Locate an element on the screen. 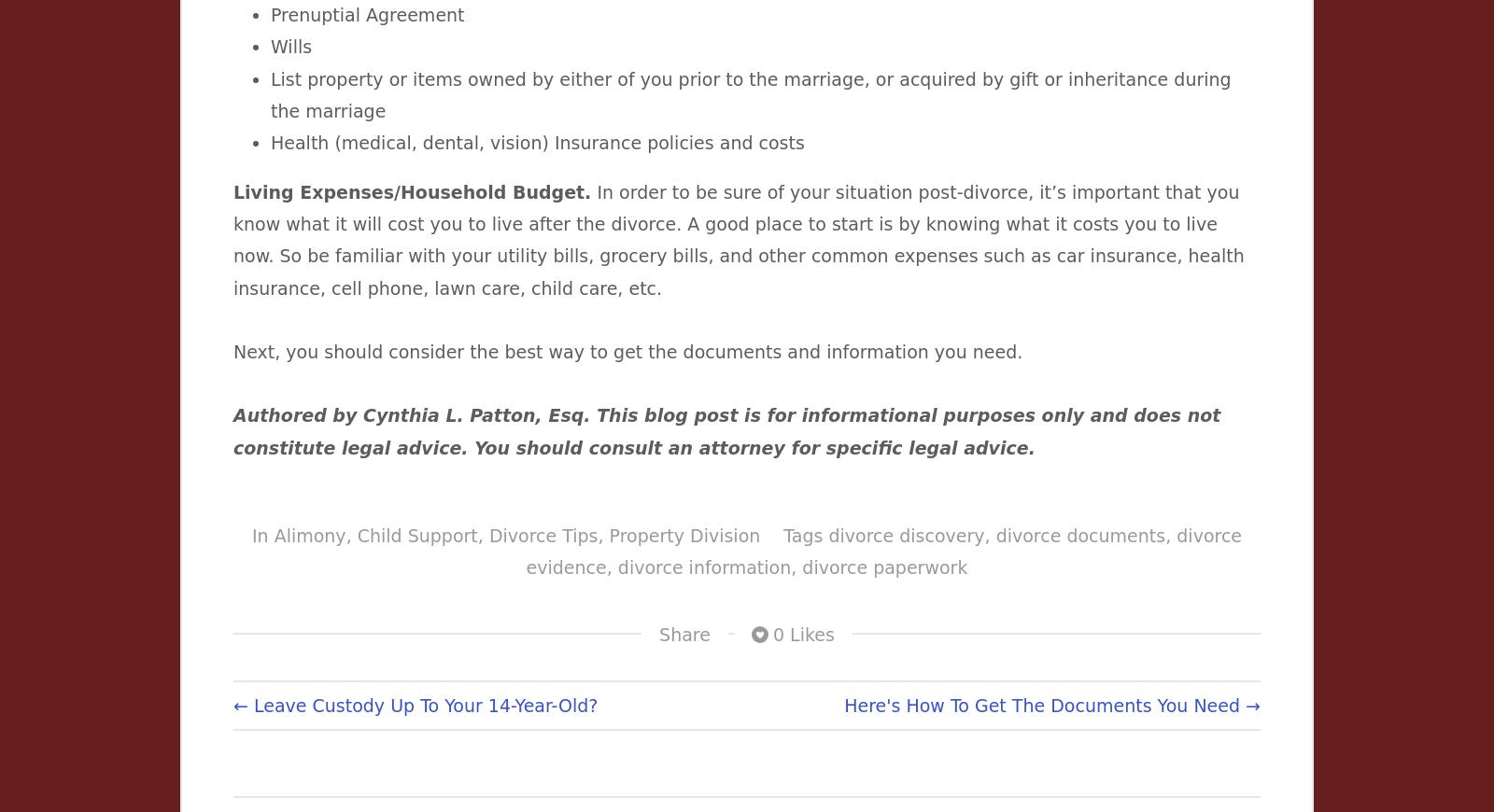  'Authored by Cynthia L. Patton, Esq. This blog post is for informational purposes only and does not constitute legal advice. You should consult an attorney for specific legal advice.' is located at coordinates (726, 429).